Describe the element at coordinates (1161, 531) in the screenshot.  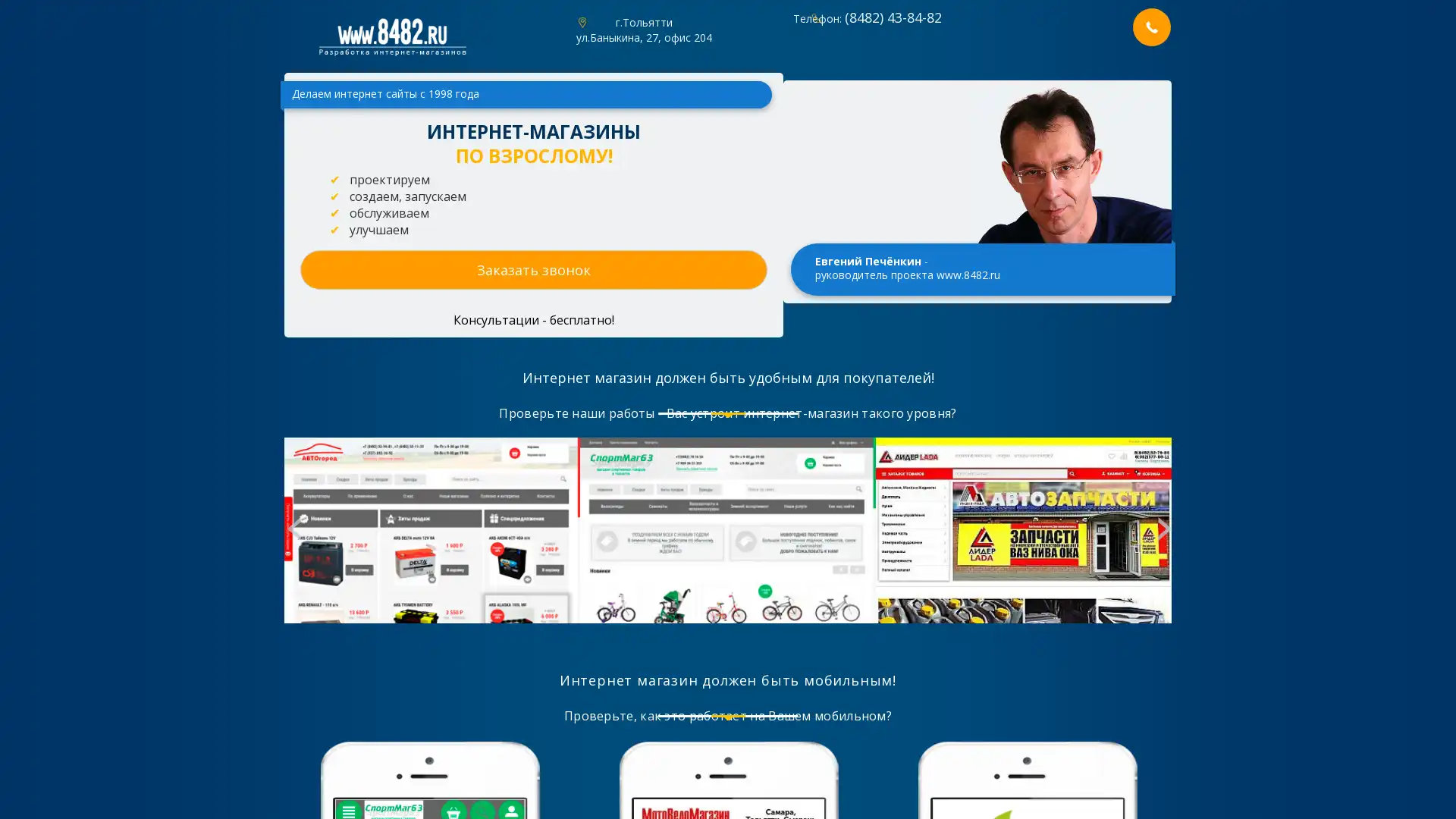
I see `Next` at that location.